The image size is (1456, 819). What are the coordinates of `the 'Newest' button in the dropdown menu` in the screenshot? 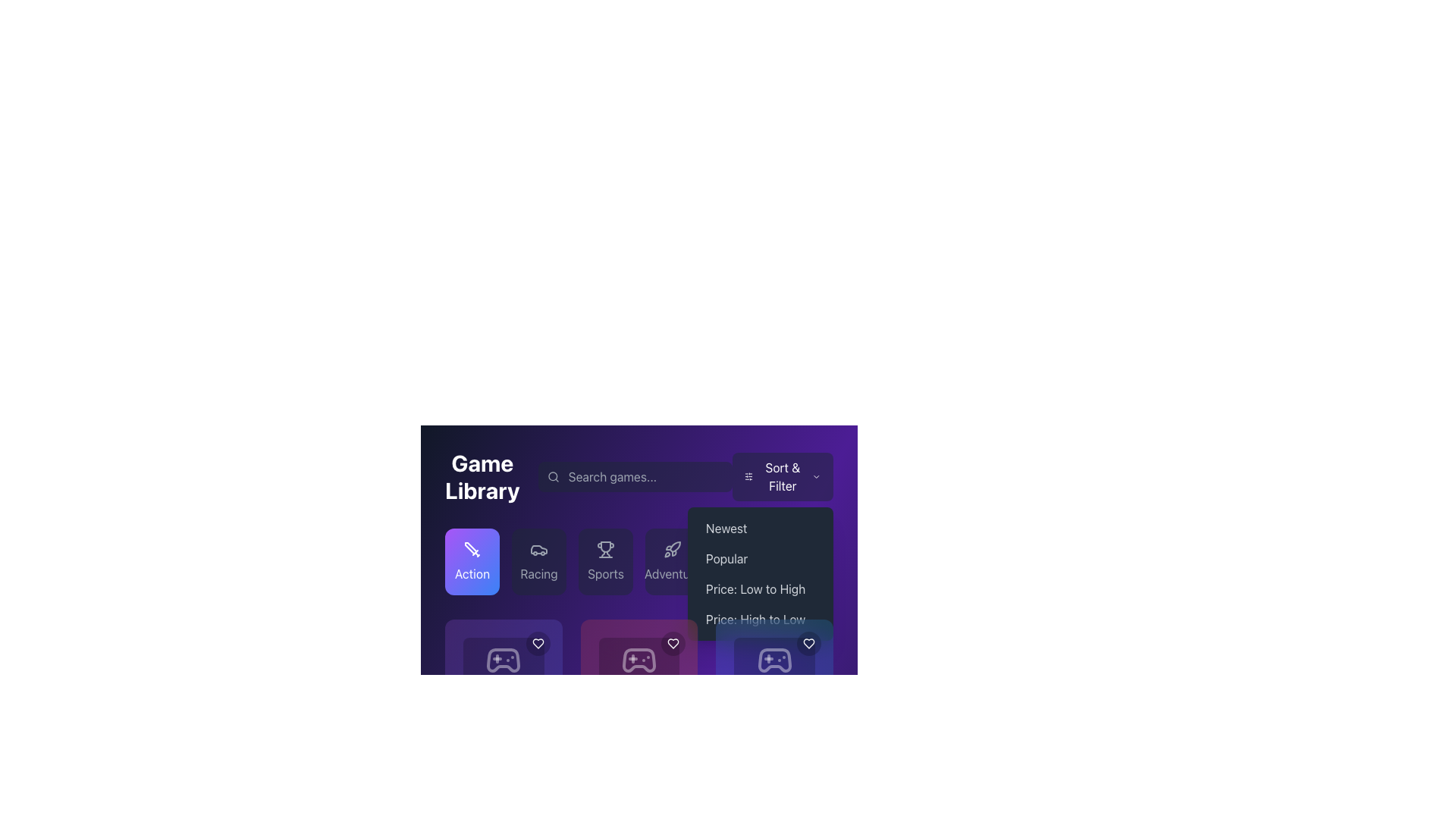 It's located at (761, 528).